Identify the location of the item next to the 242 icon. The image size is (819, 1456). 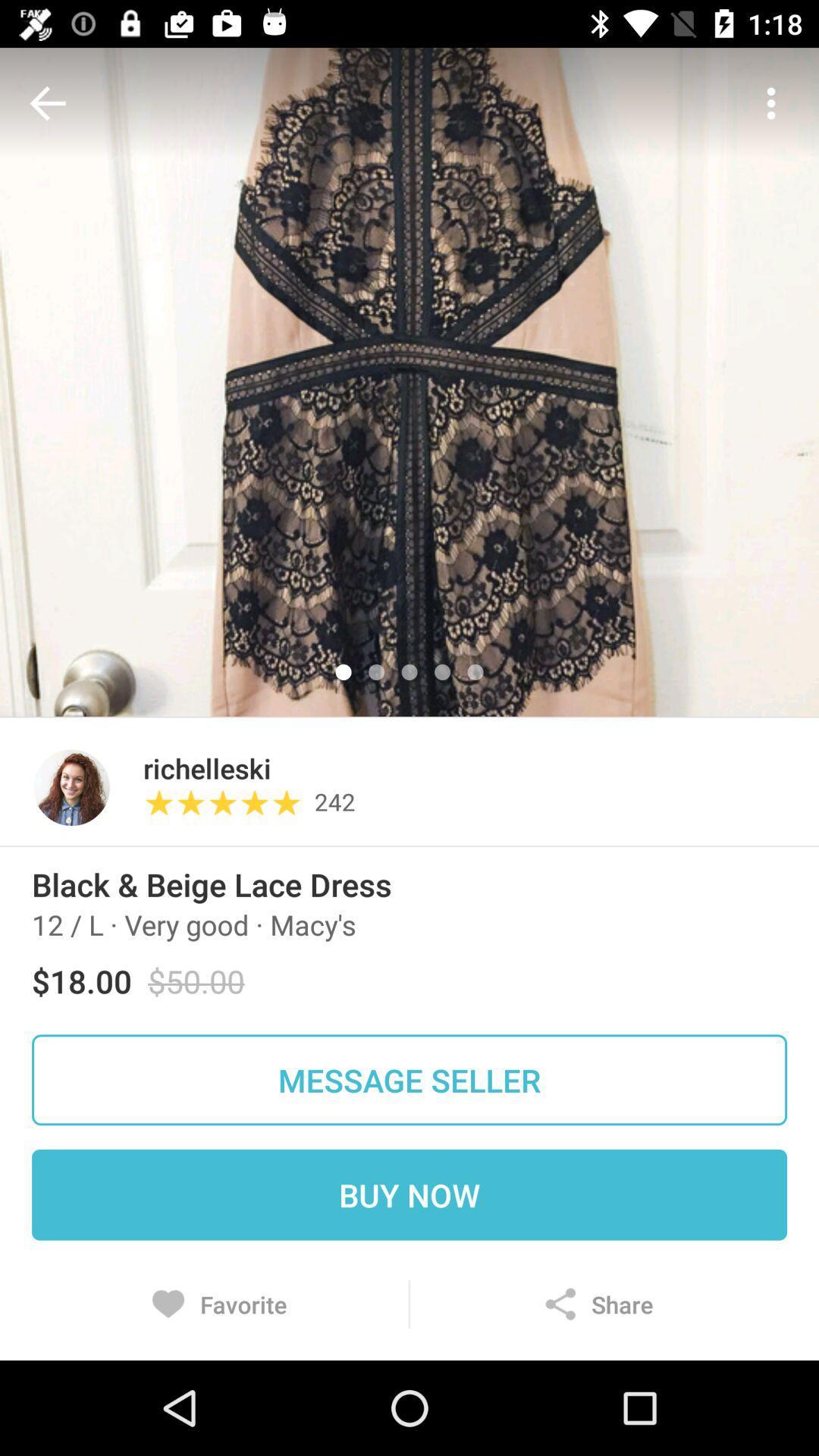
(207, 768).